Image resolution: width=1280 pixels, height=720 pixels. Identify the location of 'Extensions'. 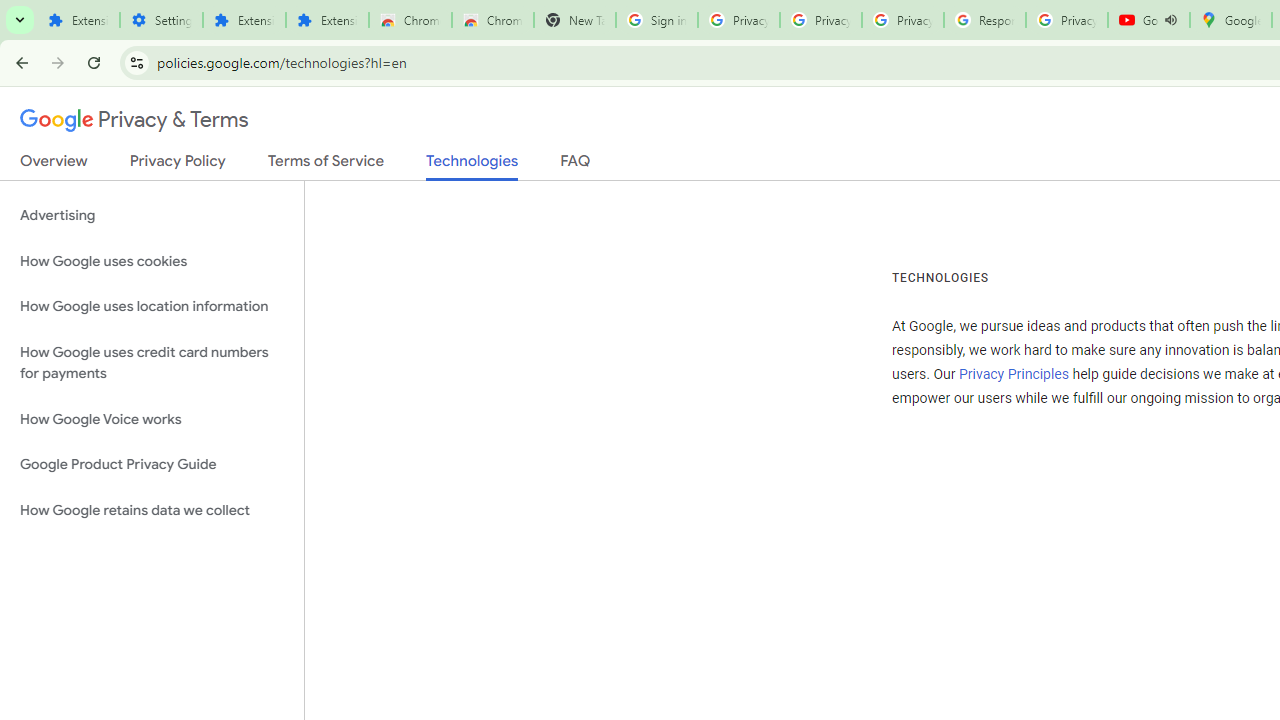
(327, 20).